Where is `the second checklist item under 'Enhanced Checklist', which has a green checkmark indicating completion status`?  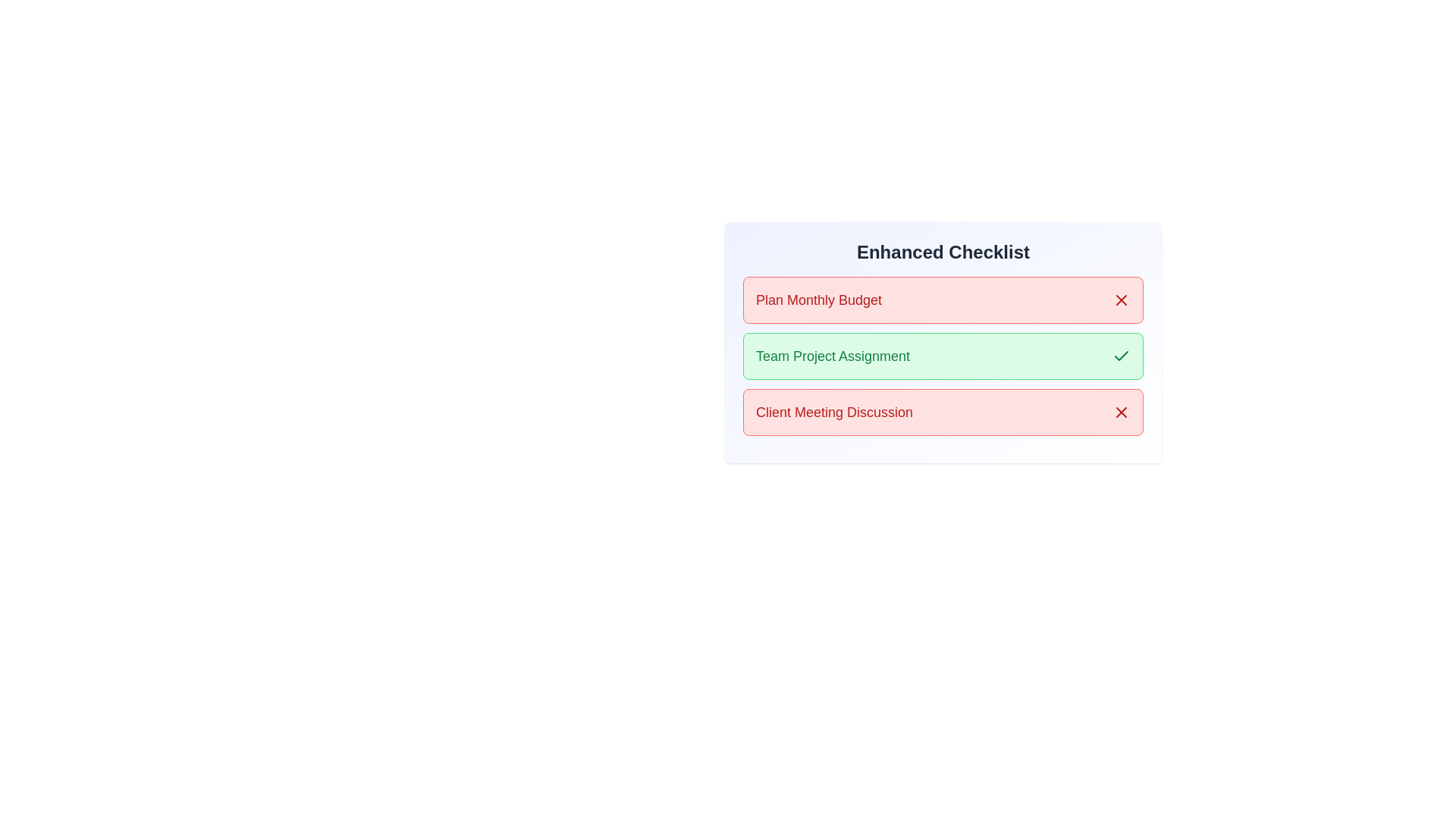 the second checklist item under 'Enhanced Checklist', which has a green checkmark indicating completion status is located at coordinates (942, 356).